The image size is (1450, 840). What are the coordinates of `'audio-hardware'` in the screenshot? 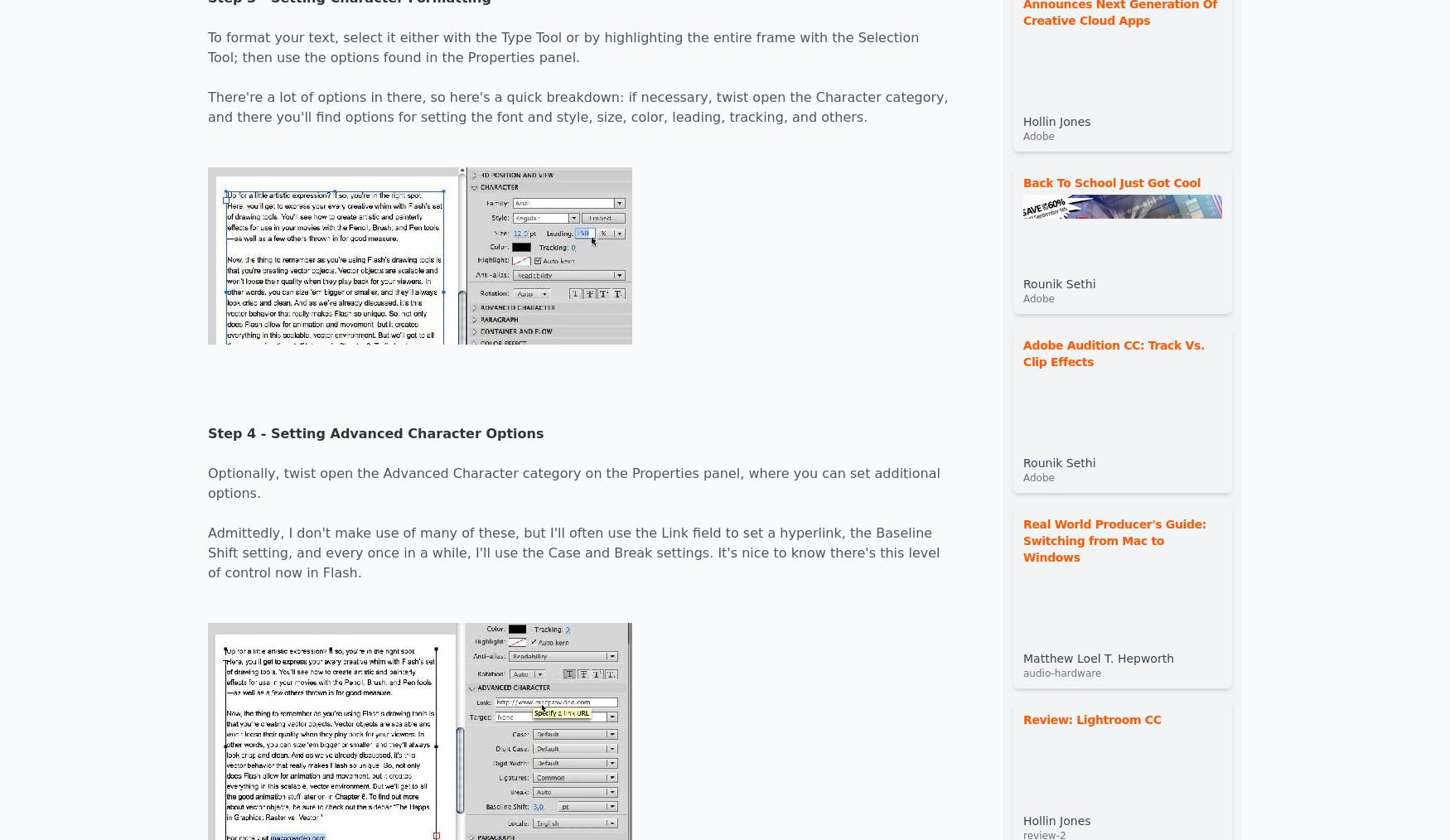 It's located at (1022, 673).